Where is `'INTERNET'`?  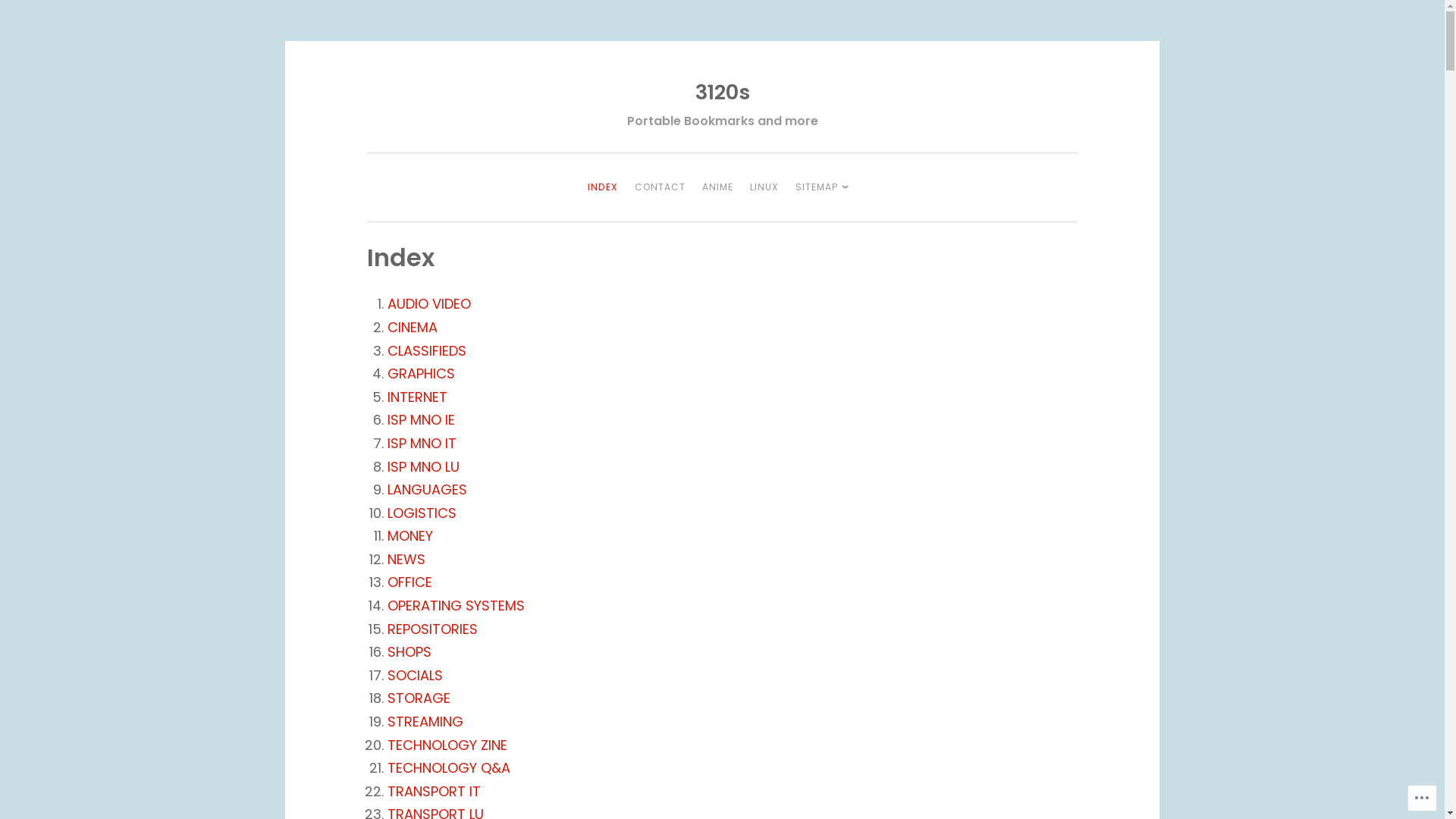
'INTERNET' is located at coordinates (417, 396).